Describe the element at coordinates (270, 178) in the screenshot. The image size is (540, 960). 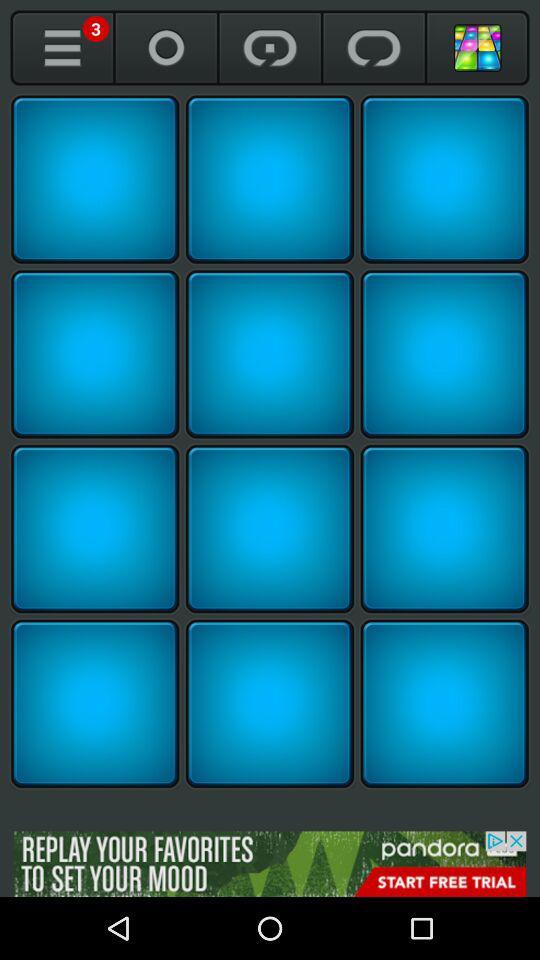
I see `top middle square` at that location.